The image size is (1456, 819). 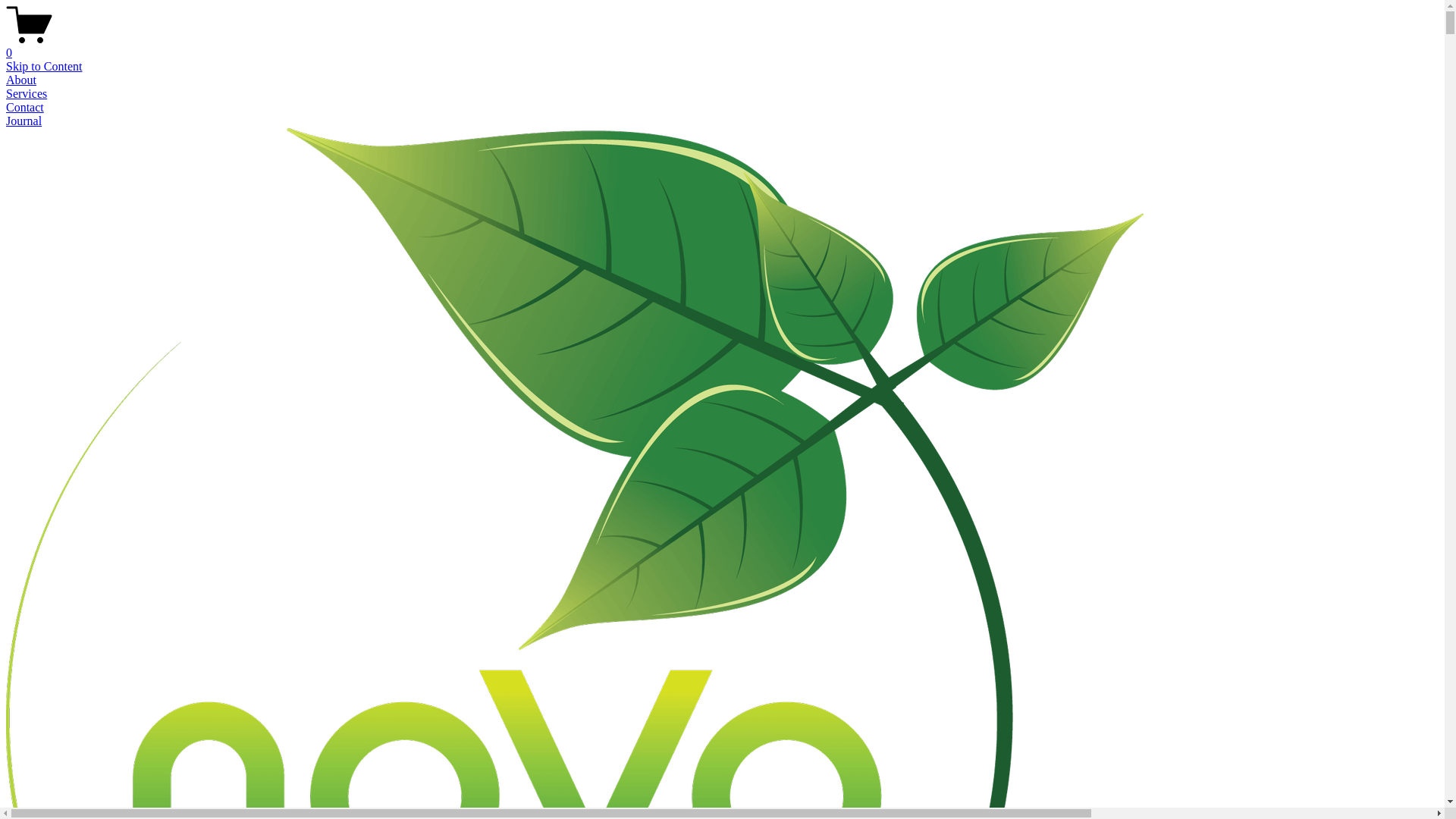 What do you see at coordinates (25, 106) in the screenshot?
I see `'Contact'` at bounding box center [25, 106].